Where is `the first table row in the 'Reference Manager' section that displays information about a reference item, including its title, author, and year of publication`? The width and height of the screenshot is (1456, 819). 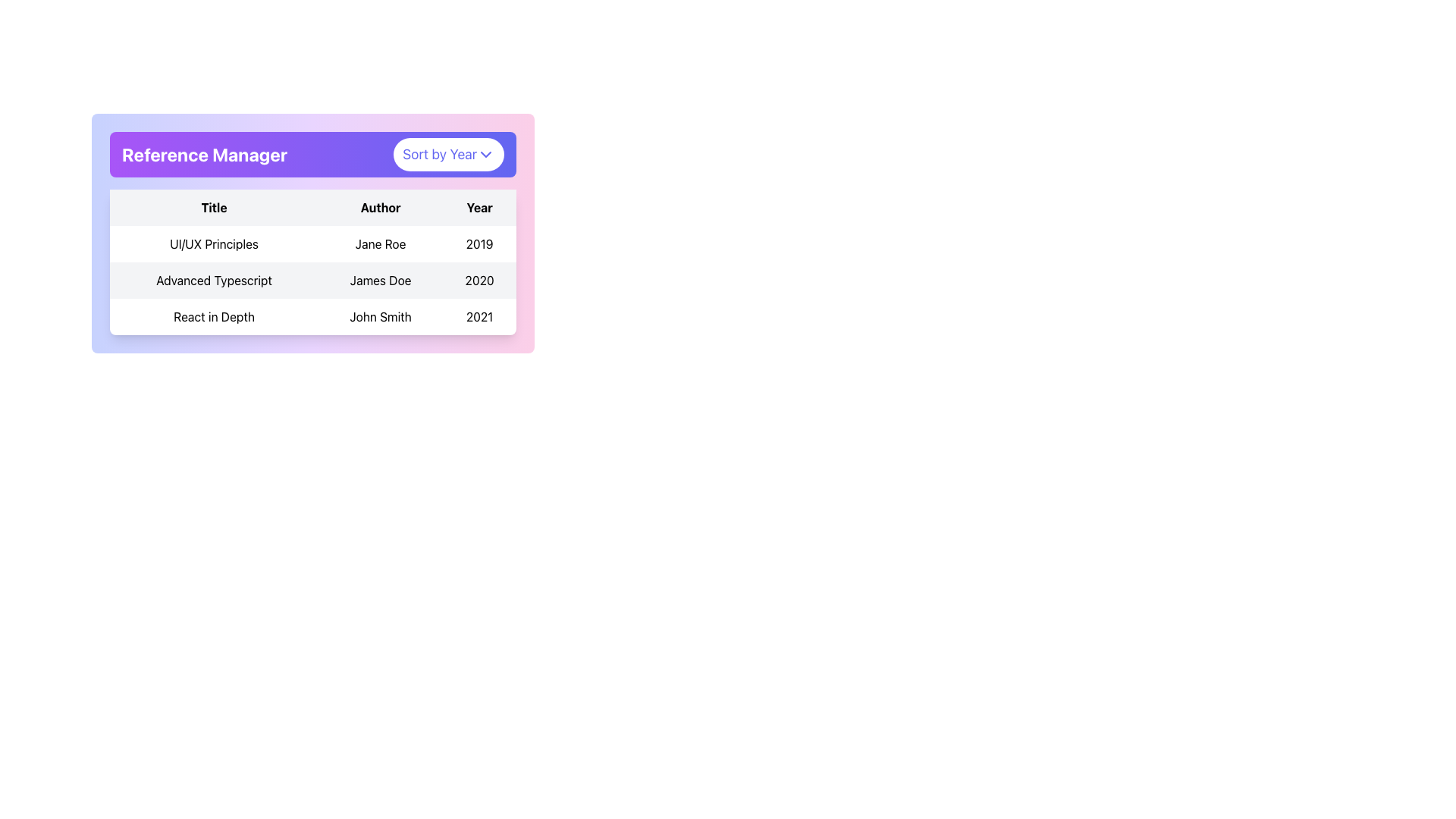 the first table row in the 'Reference Manager' section that displays information about a reference item, including its title, author, and year of publication is located at coordinates (312, 243).